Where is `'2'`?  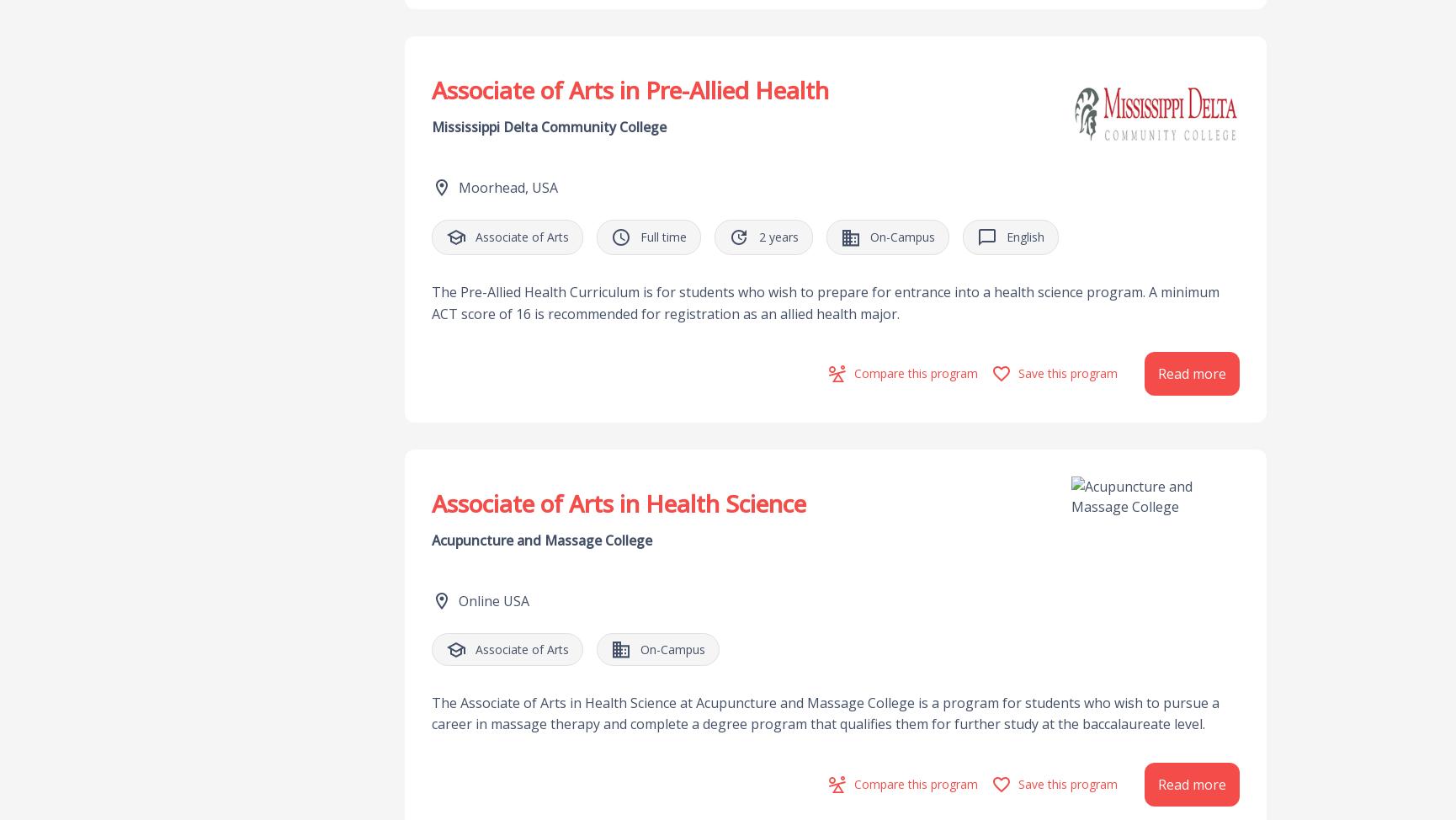 '2' is located at coordinates (757, 236).